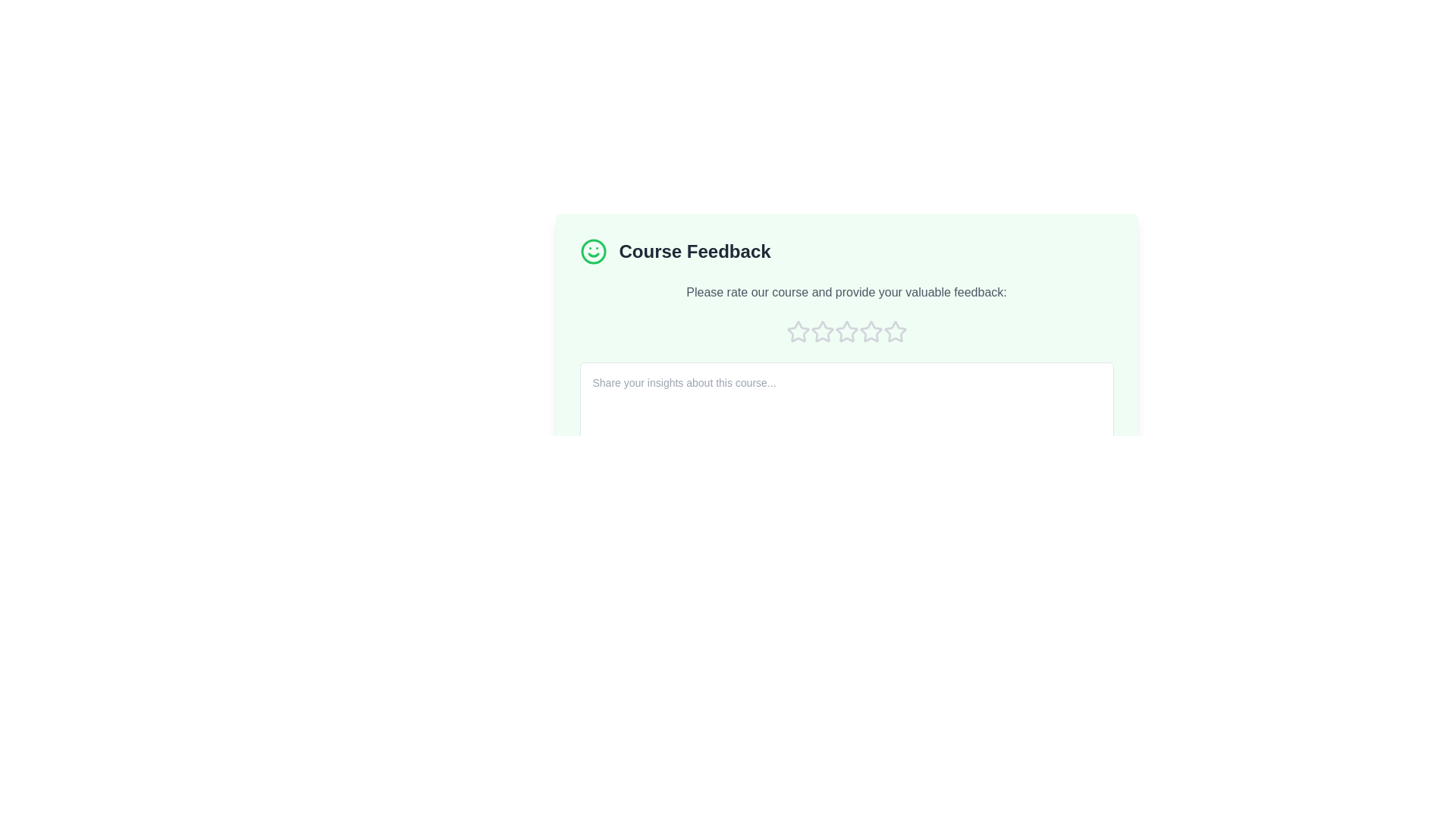 Image resolution: width=1456 pixels, height=819 pixels. What do you see at coordinates (895, 331) in the screenshot?
I see `the fifth star-shaped rating icon, outlined in light gray` at bounding box center [895, 331].